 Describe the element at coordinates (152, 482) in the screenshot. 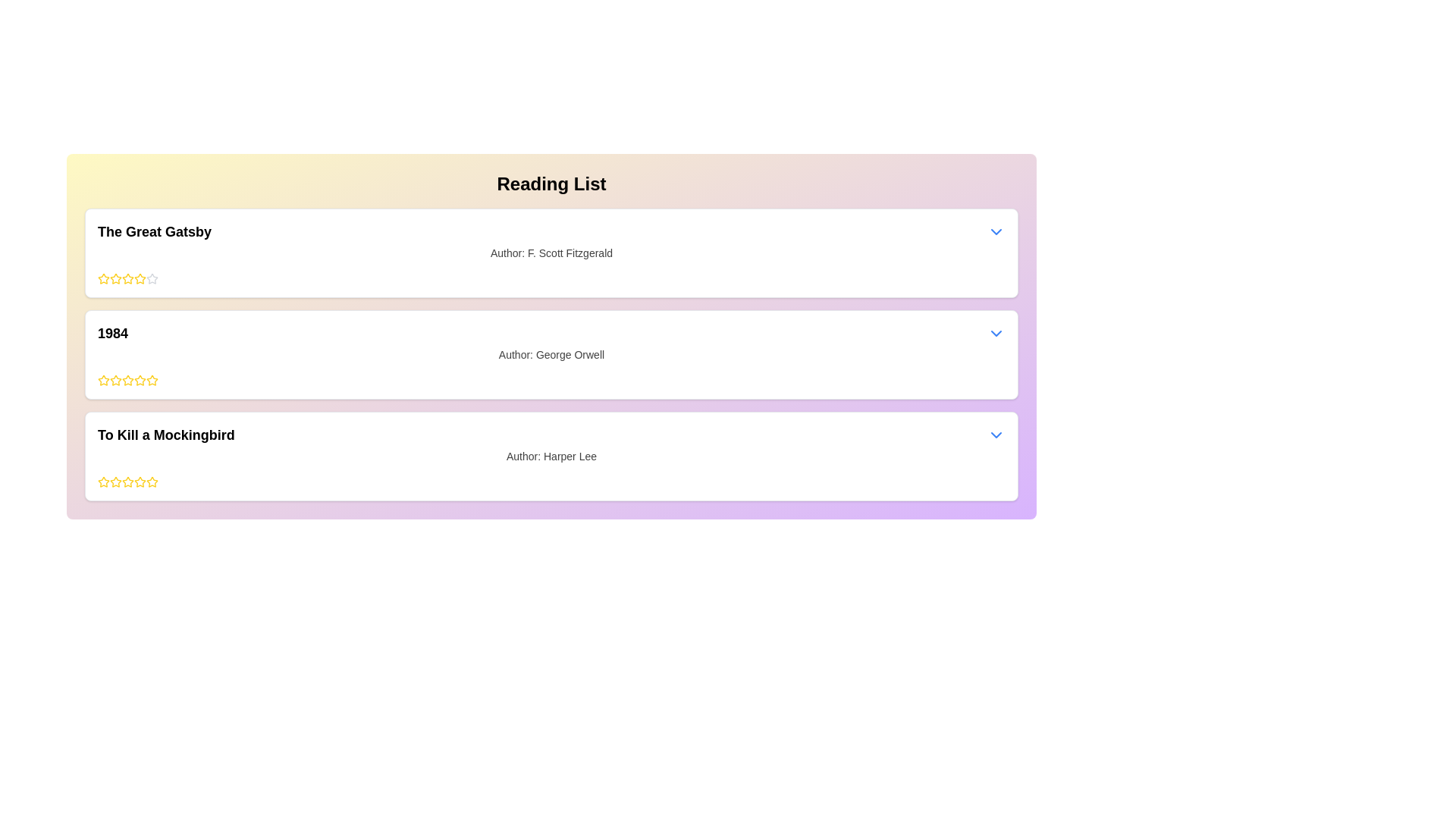

I see `the second star icon in the rating system for keyboard control, located in the bottom rating section of the 'To Kill a Mockingbird' card` at that location.